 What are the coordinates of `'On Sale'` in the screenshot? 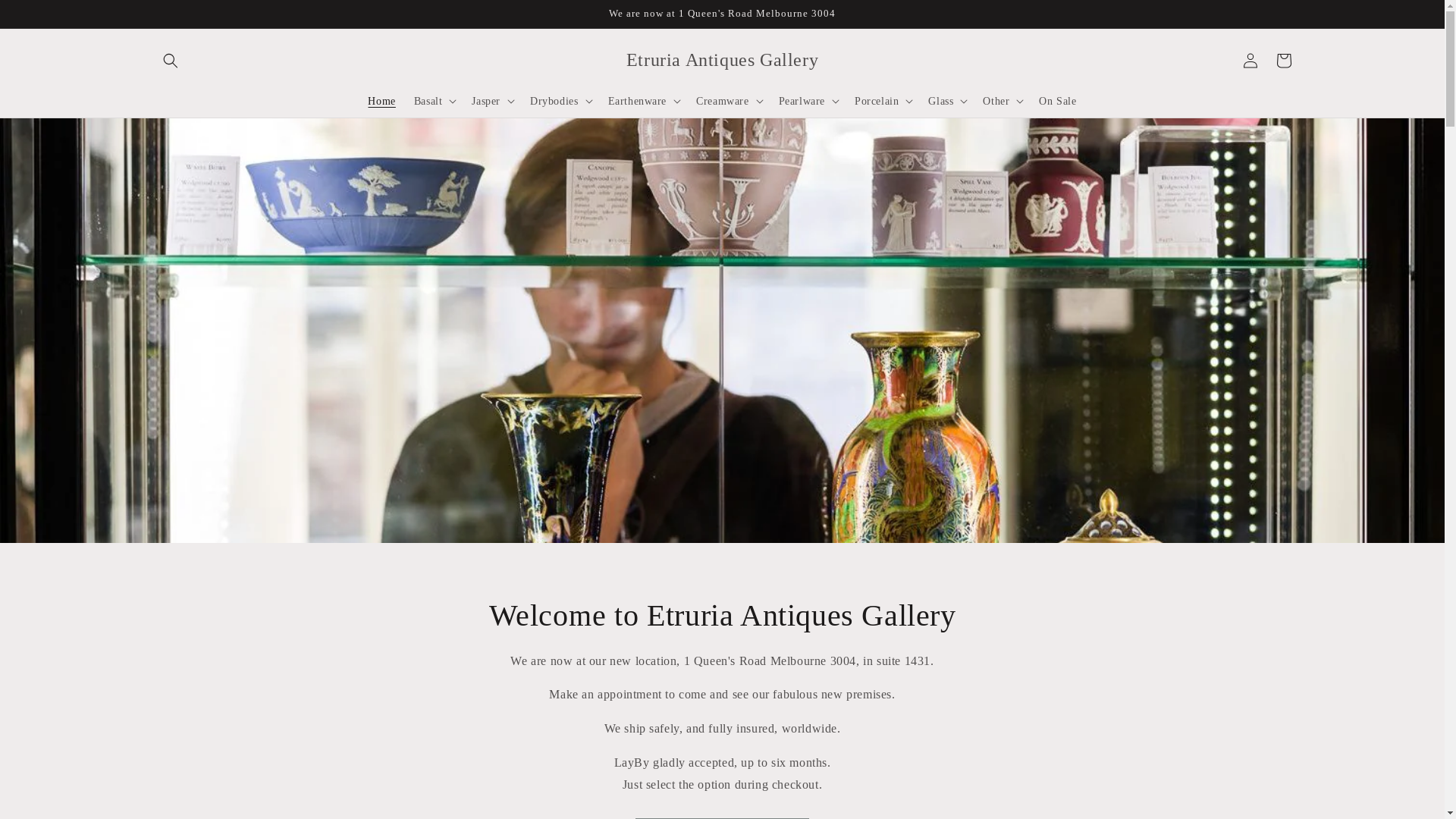 It's located at (1056, 100).